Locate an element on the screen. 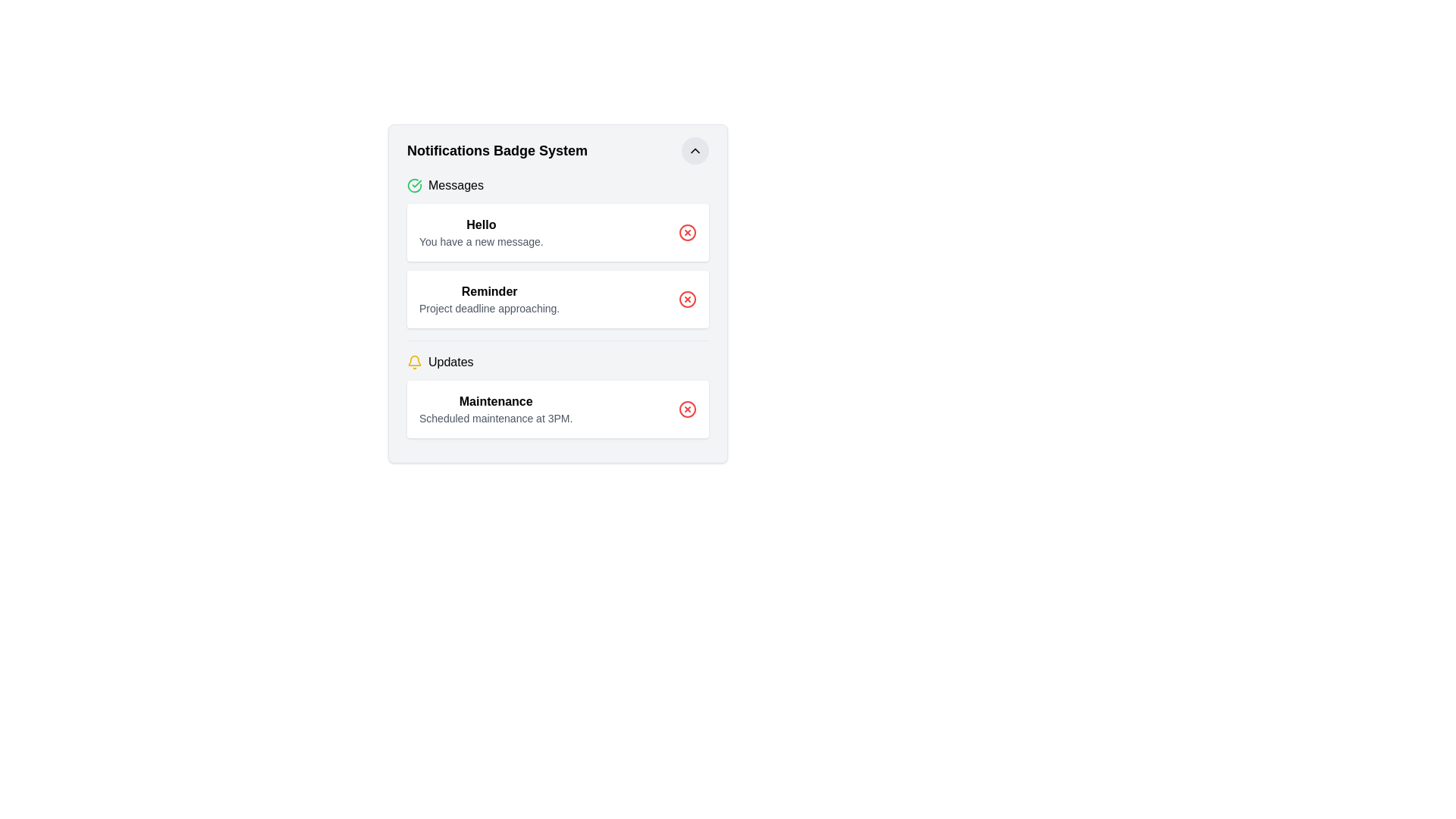 The height and width of the screenshot is (819, 1456). the green checkmark icon inside a circle, which indicates a successful action, located to the left of the 'Messages' label in the notifications panel is located at coordinates (415, 185).